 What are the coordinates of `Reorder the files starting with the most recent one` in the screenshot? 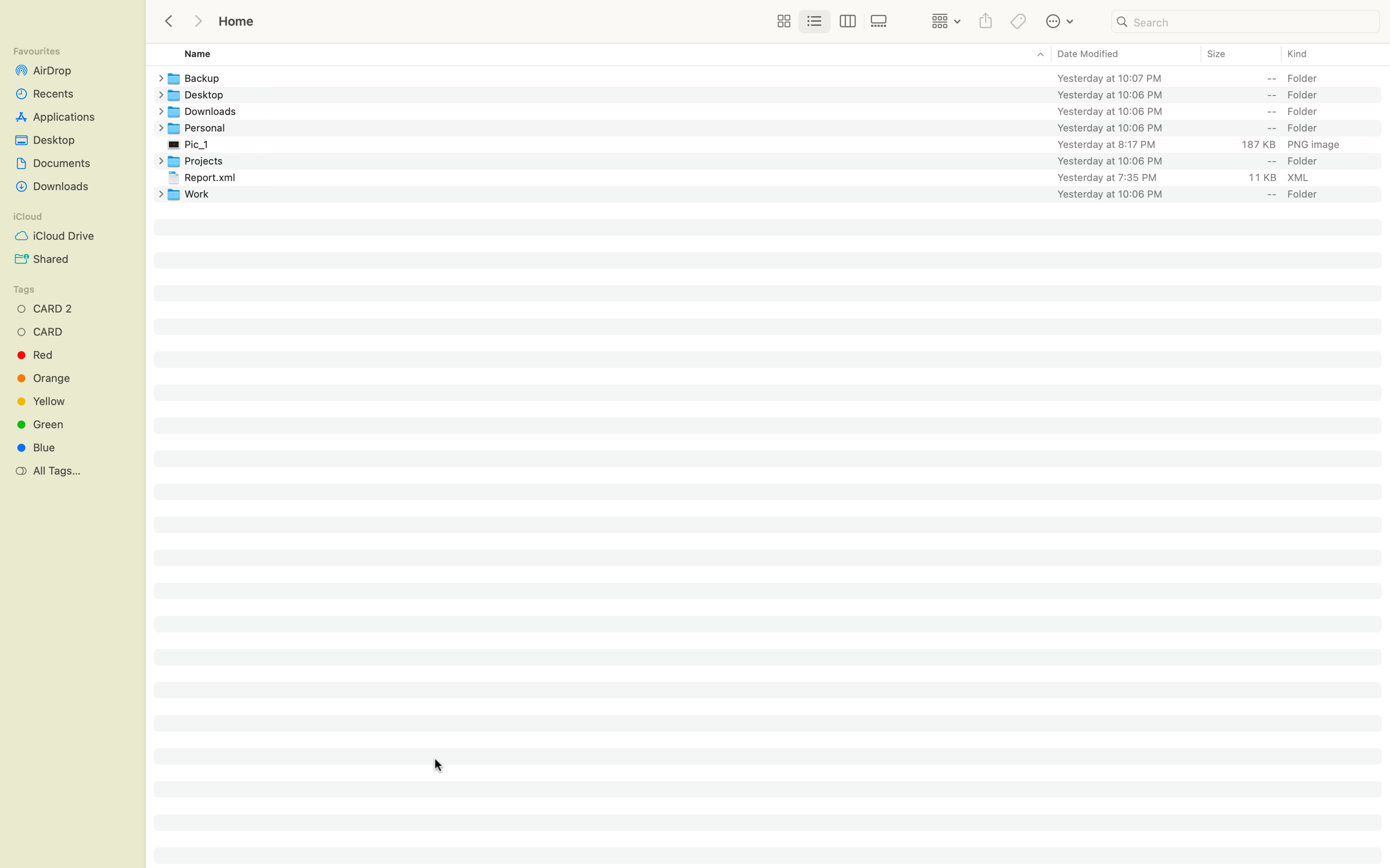 It's located at (1125, 55).